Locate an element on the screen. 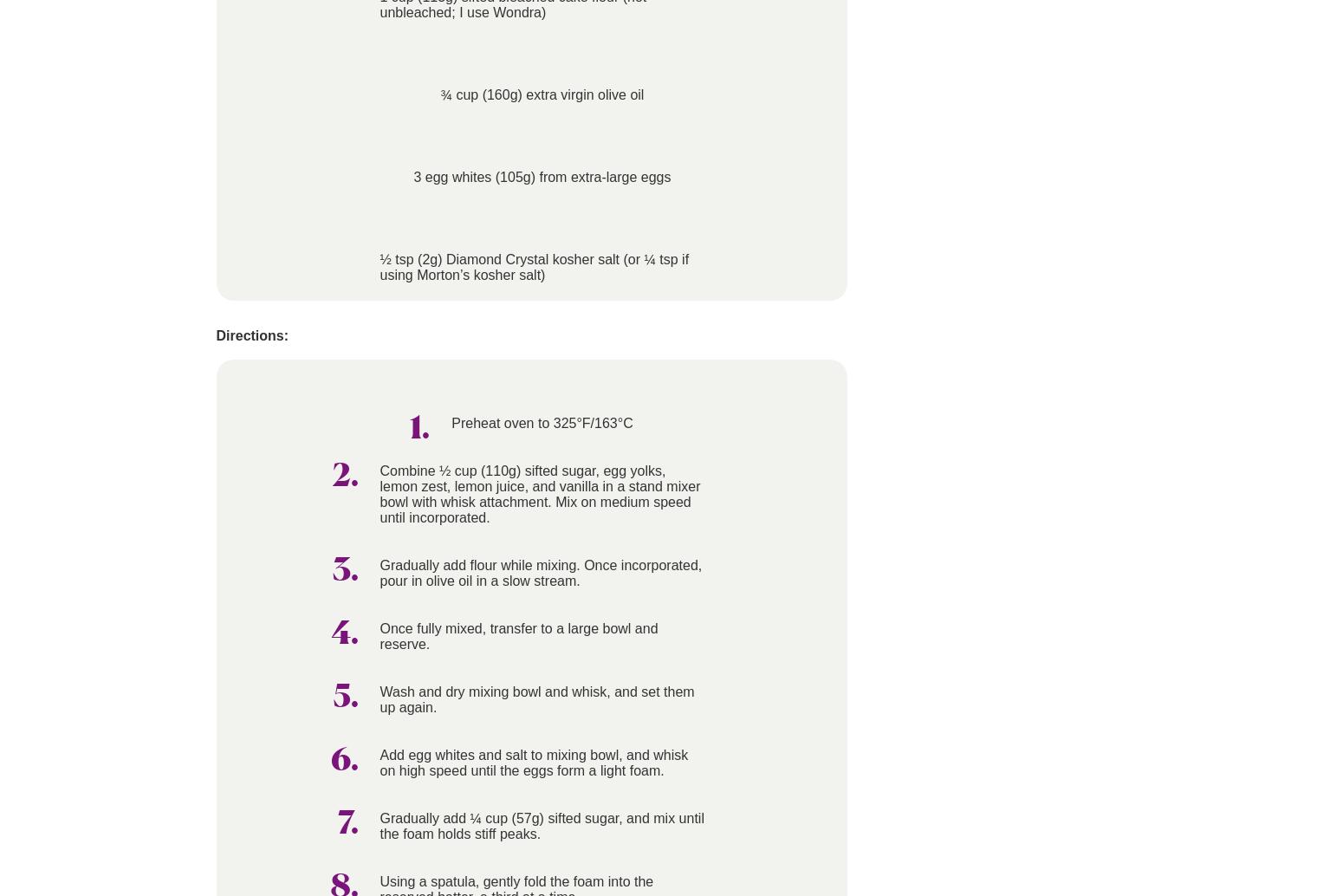 The image size is (1343, 896). 'Preheat oven to 325°F/163°C' is located at coordinates (541, 422).